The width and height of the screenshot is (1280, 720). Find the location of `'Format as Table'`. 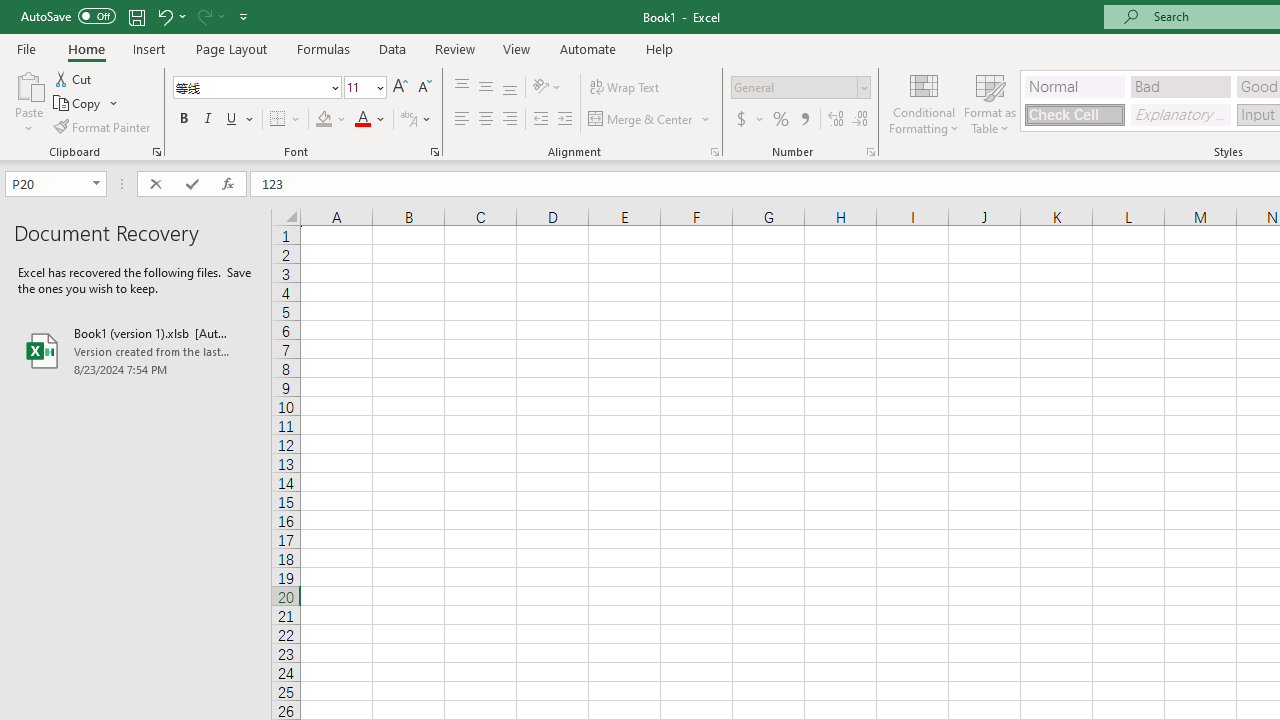

'Format as Table' is located at coordinates (990, 103).